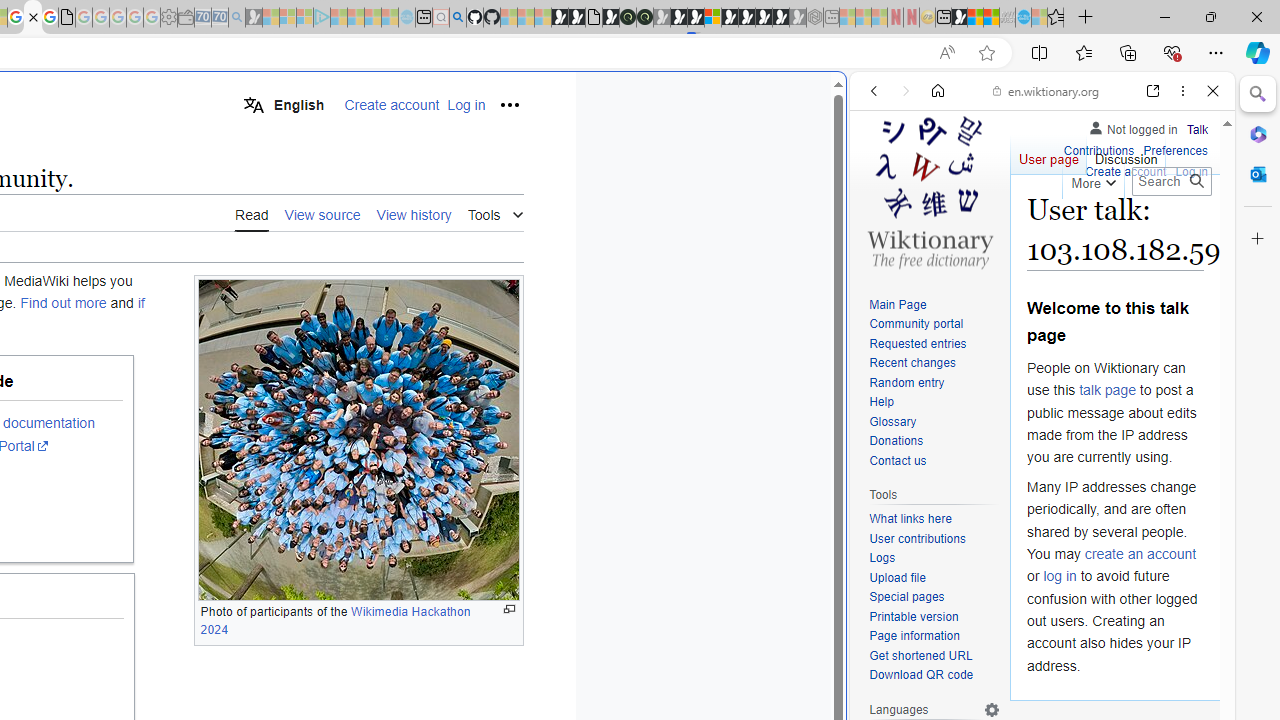 Image resolution: width=1280 pixels, height=720 pixels. Describe the element at coordinates (413, 214) in the screenshot. I see `'View history'` at that location.